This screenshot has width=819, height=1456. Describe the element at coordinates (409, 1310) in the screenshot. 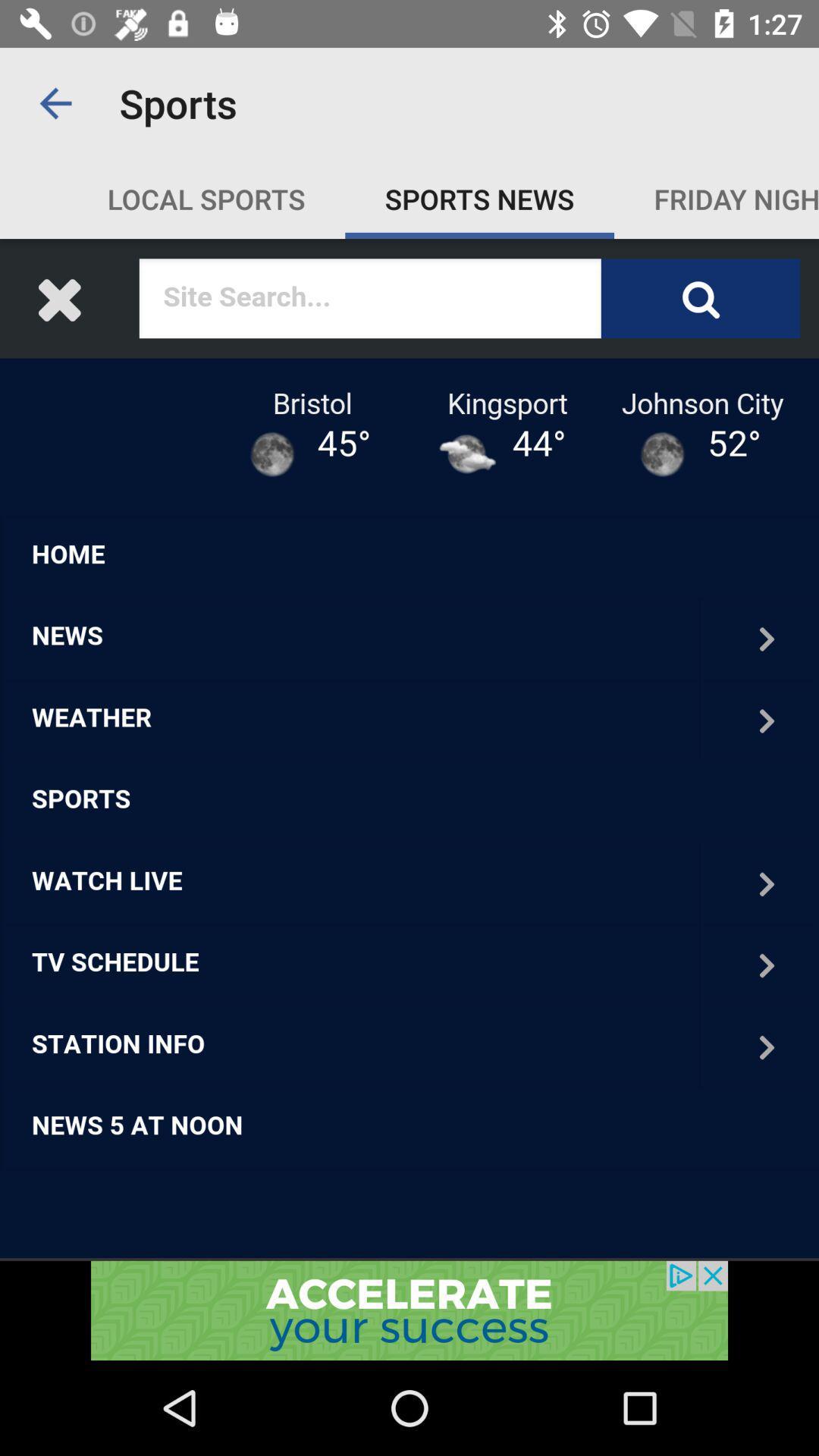

I see `advertisement` at that location.